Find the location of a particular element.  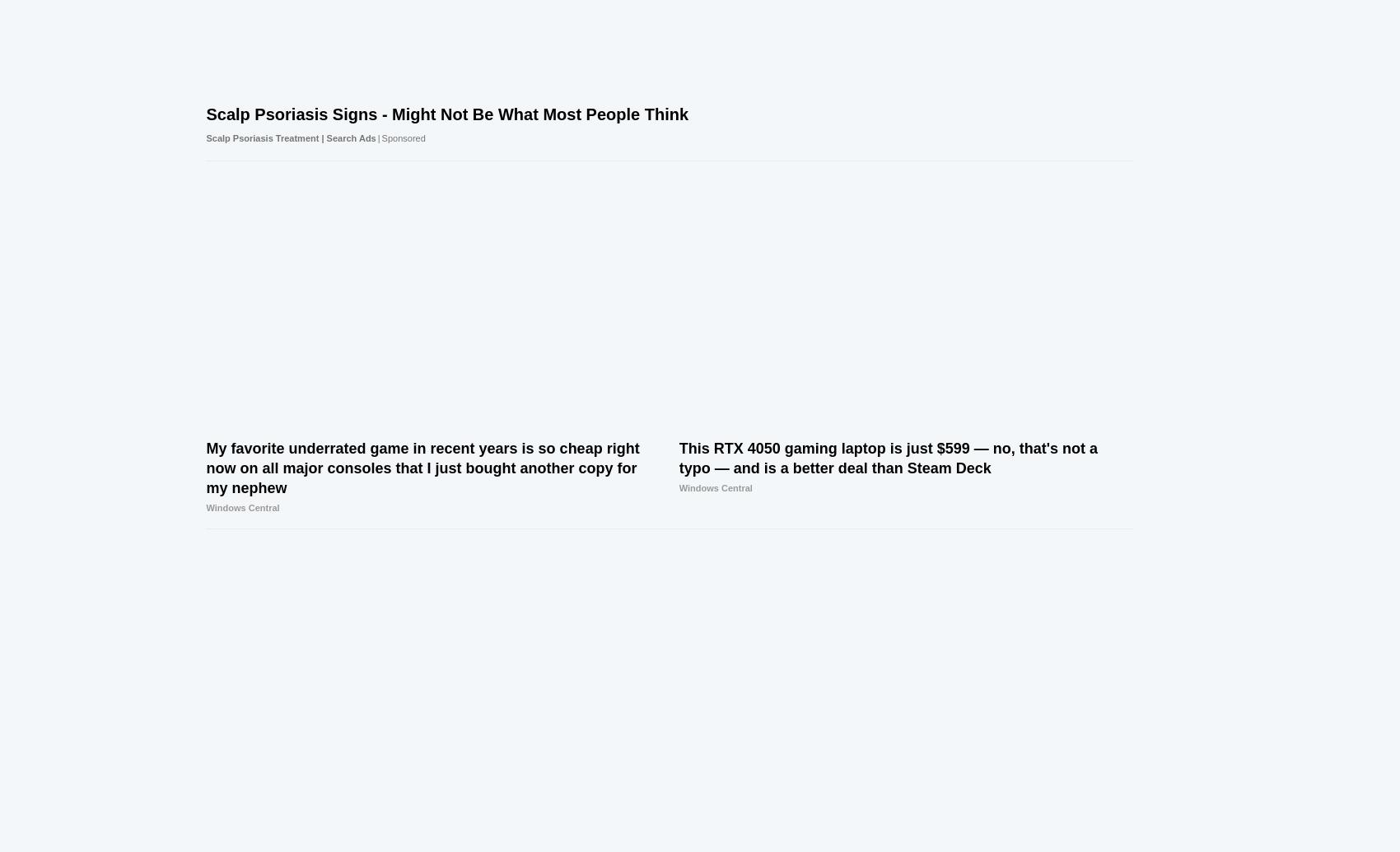

'Windows Central Archives' is located at coordinates (378, 631).